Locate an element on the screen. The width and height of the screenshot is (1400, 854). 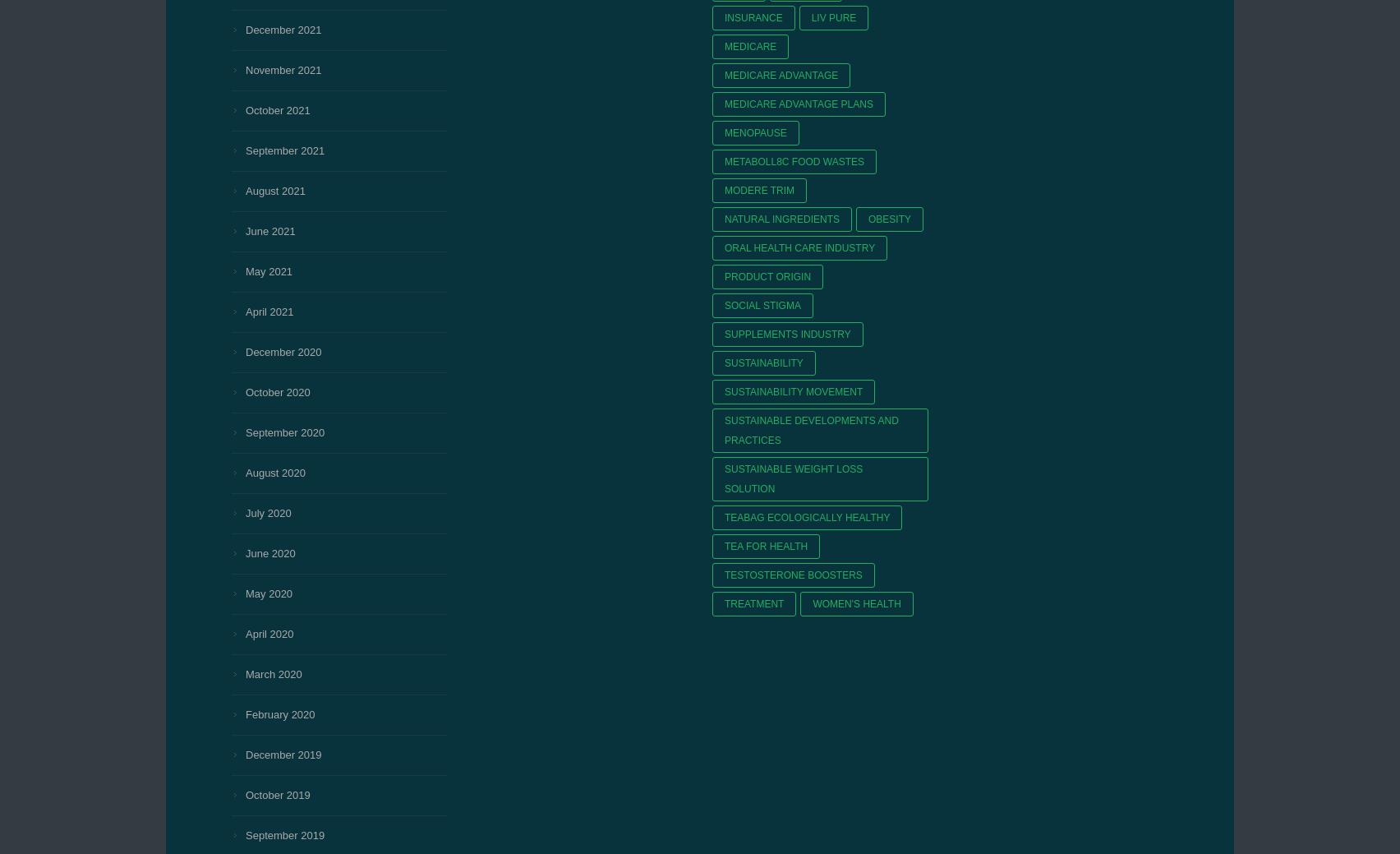
'April 2020' is located at coordinates (269, 633).